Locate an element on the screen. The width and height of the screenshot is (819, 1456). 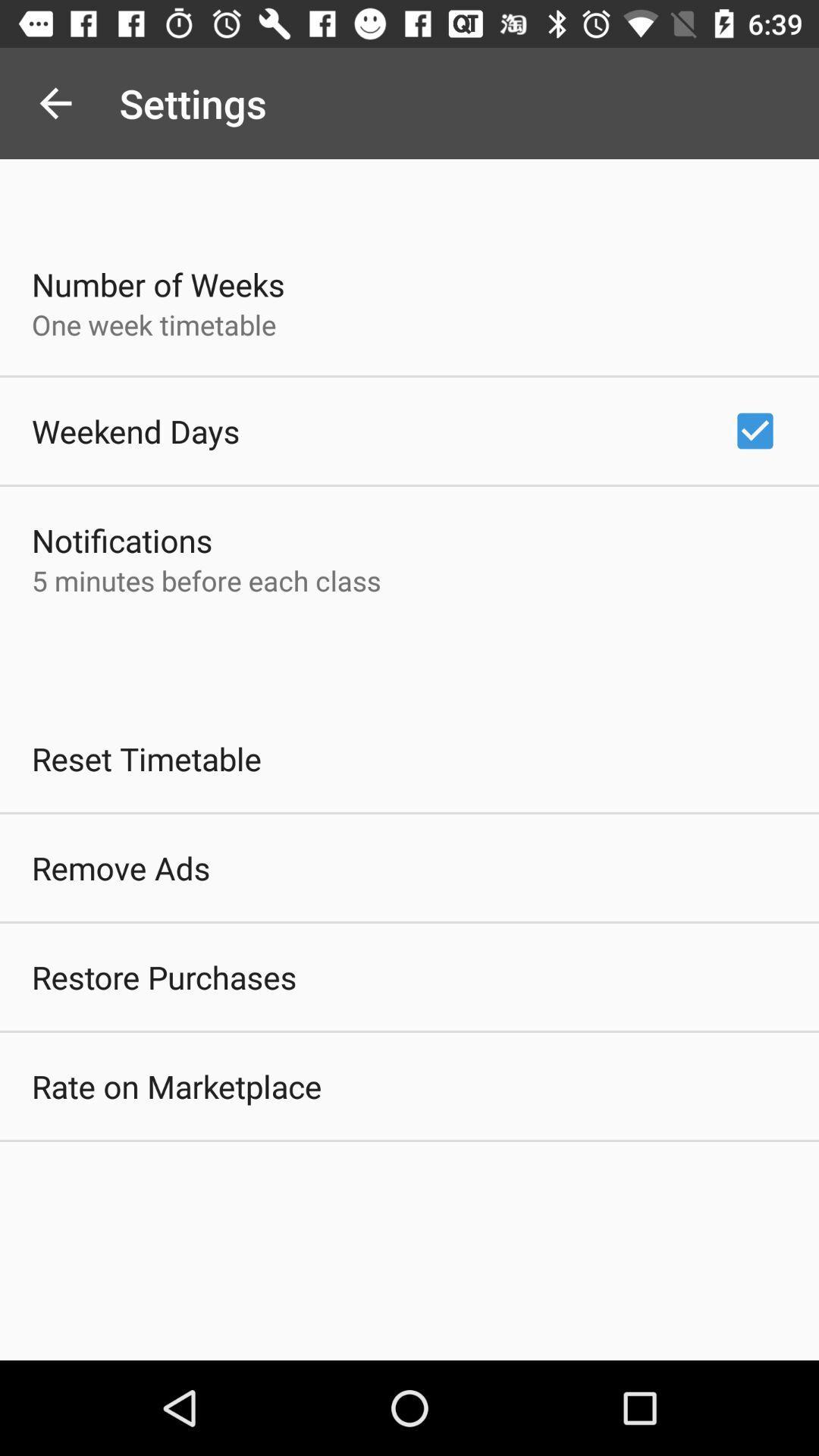
the app above the number of weeks is located at coordinates (55, 102).